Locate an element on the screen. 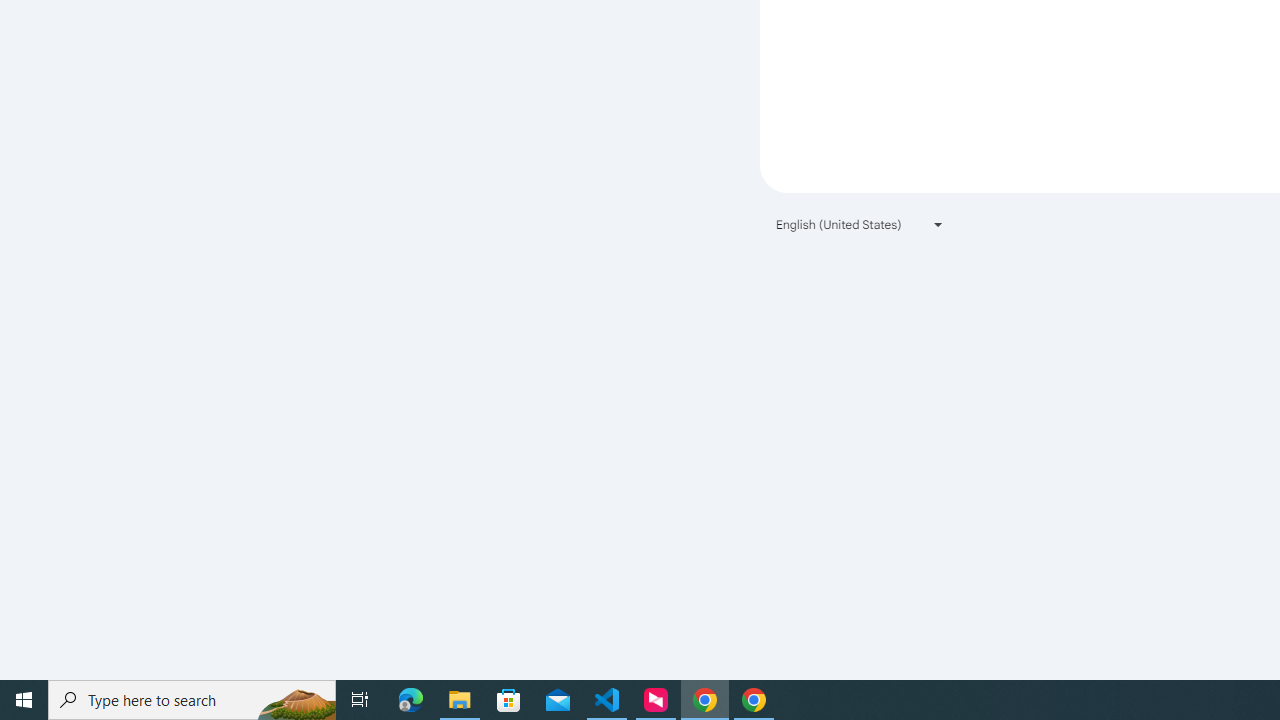 The height and width of the screenshot is (720, 1280). 'English (United States)' is located at coordinates (860, 224).